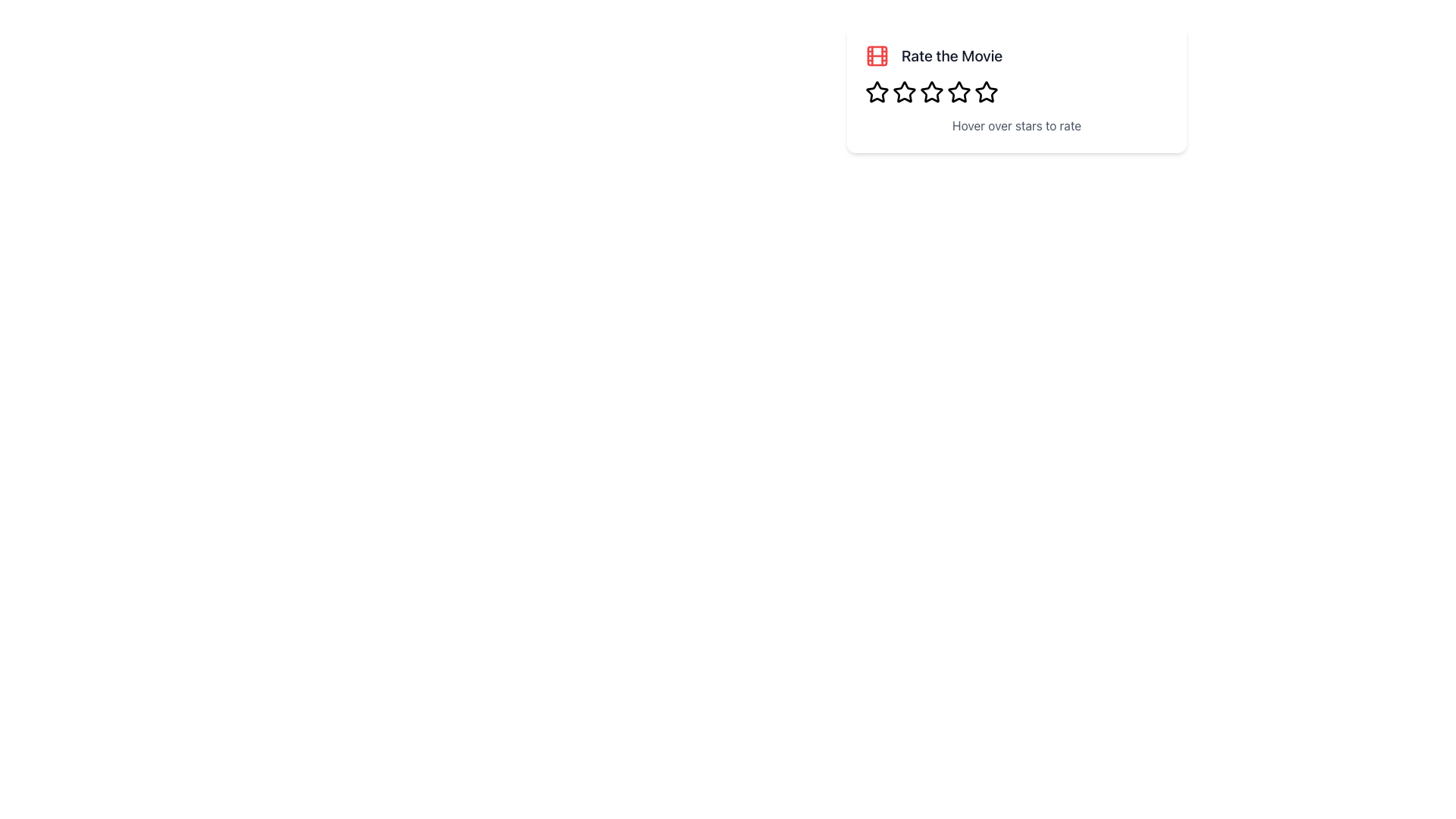 Image resolution: width=1456 pixels, height=819 pixels. What do you see at coordinates (905, 93) in the screenshot?
I see `the second hollow star-shaped icon in the horizontal rating bar located below the text 'Rate the Movie'` at bounding box center [905, 93].